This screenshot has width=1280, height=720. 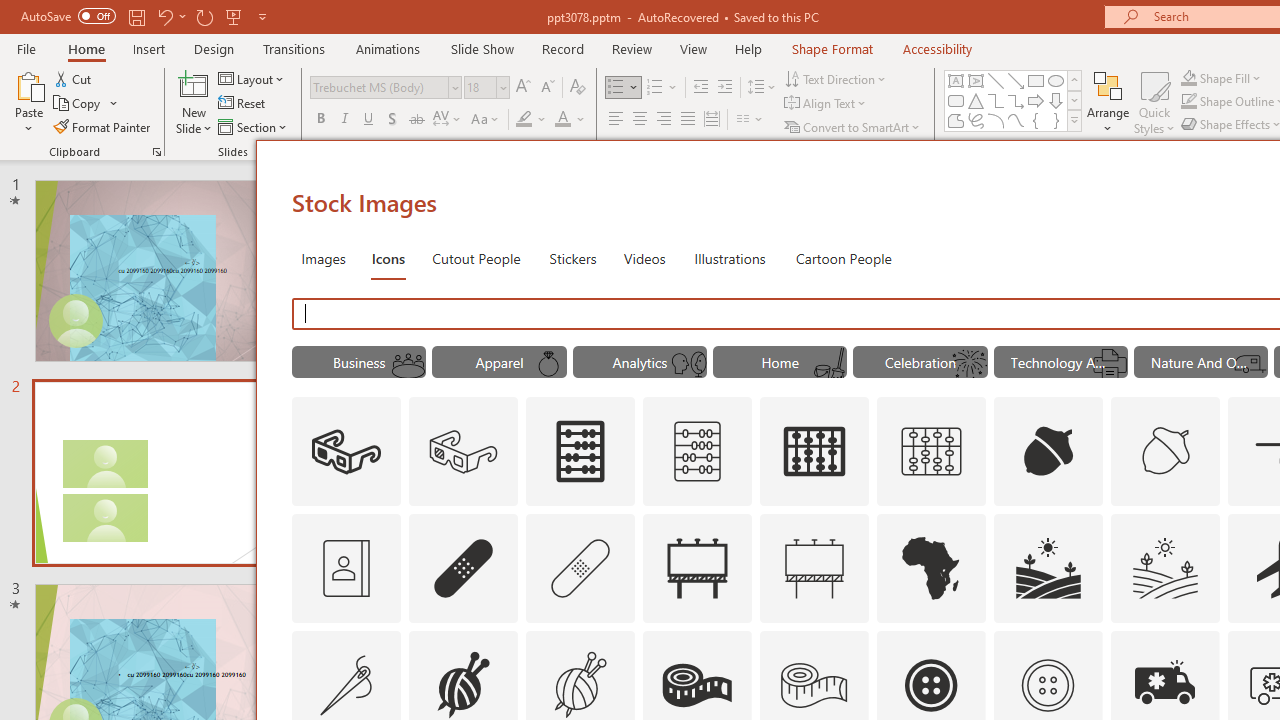 What do you see at coordinates (700, 86) in the screenshot?
I see `'Decrease Indent'` at bounding box center [700, 86].